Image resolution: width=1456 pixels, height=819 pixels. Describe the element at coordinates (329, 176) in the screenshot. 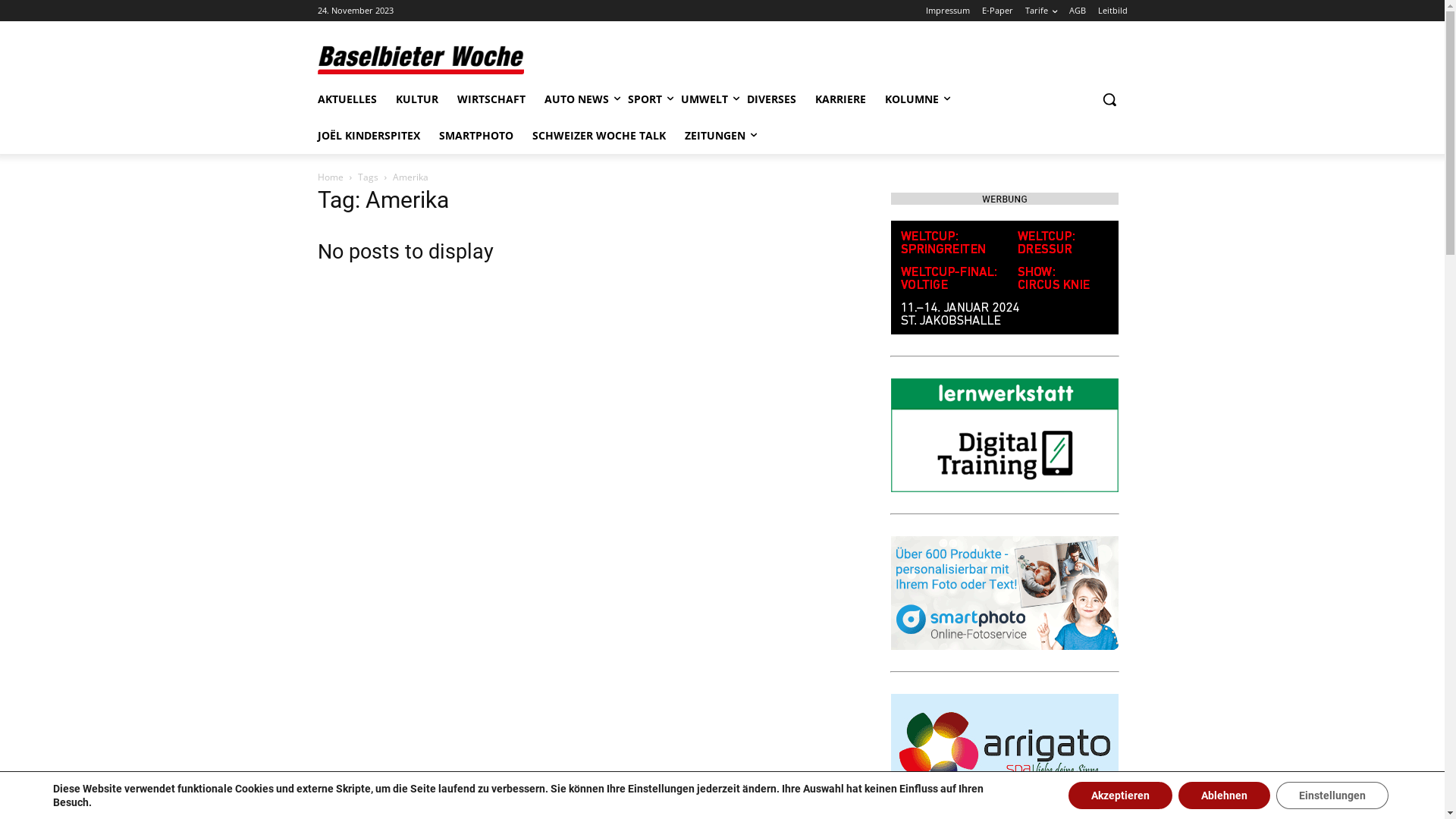

I see `'Home'` at that location.